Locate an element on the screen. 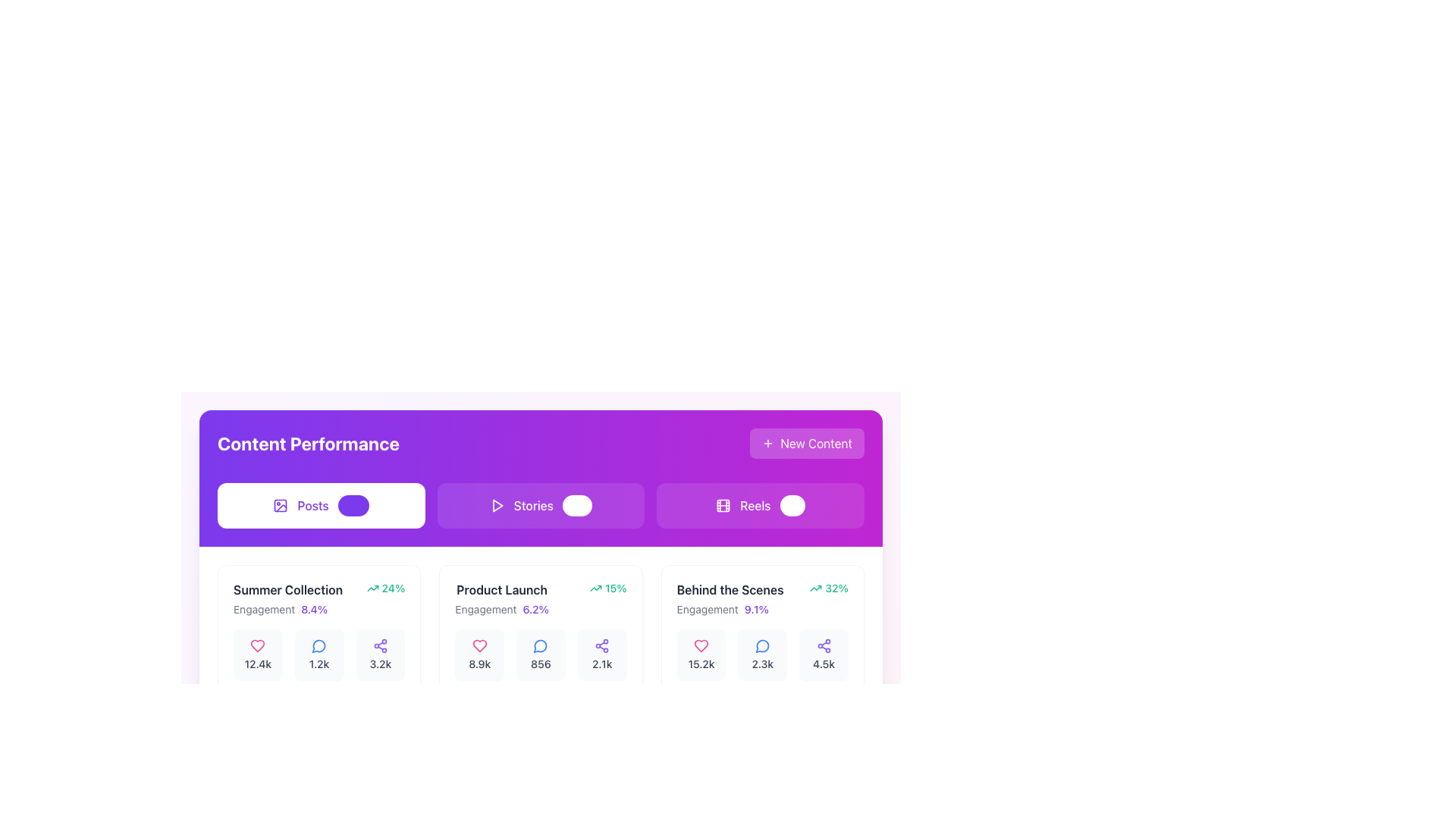 This screenshot has width=1456, height=819. the context represented by the upward trending arrow SVG icon located immediately to the left of the '15%' text in green, part of the 'Product Launch' section is located at coordinates (595, 587).